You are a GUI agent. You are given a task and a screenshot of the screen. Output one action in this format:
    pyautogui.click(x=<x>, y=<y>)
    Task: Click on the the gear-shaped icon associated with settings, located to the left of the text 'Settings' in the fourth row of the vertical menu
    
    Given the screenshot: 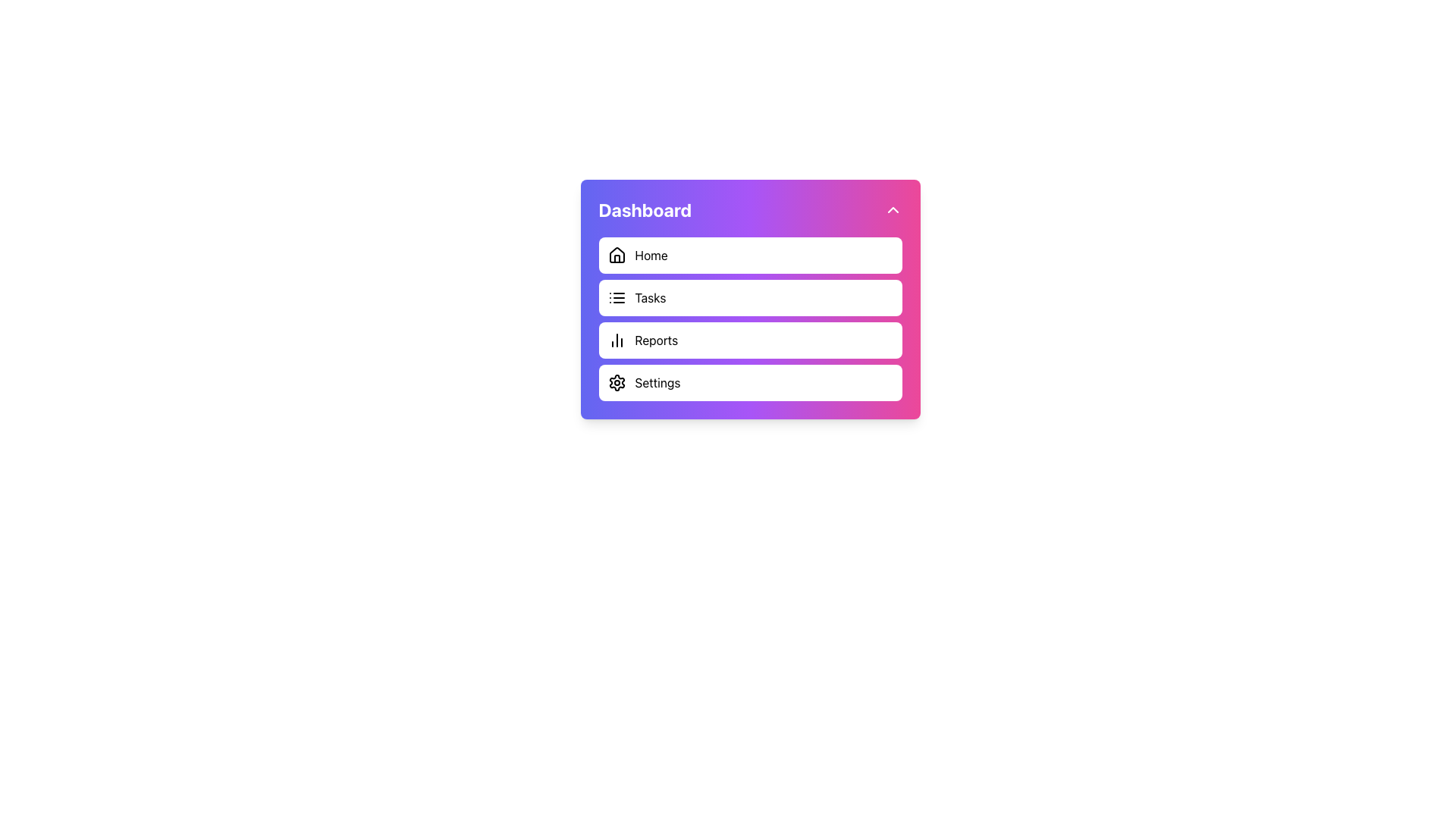 What is the action you would take?
    pyautogui.click(x=617, y=382)
    